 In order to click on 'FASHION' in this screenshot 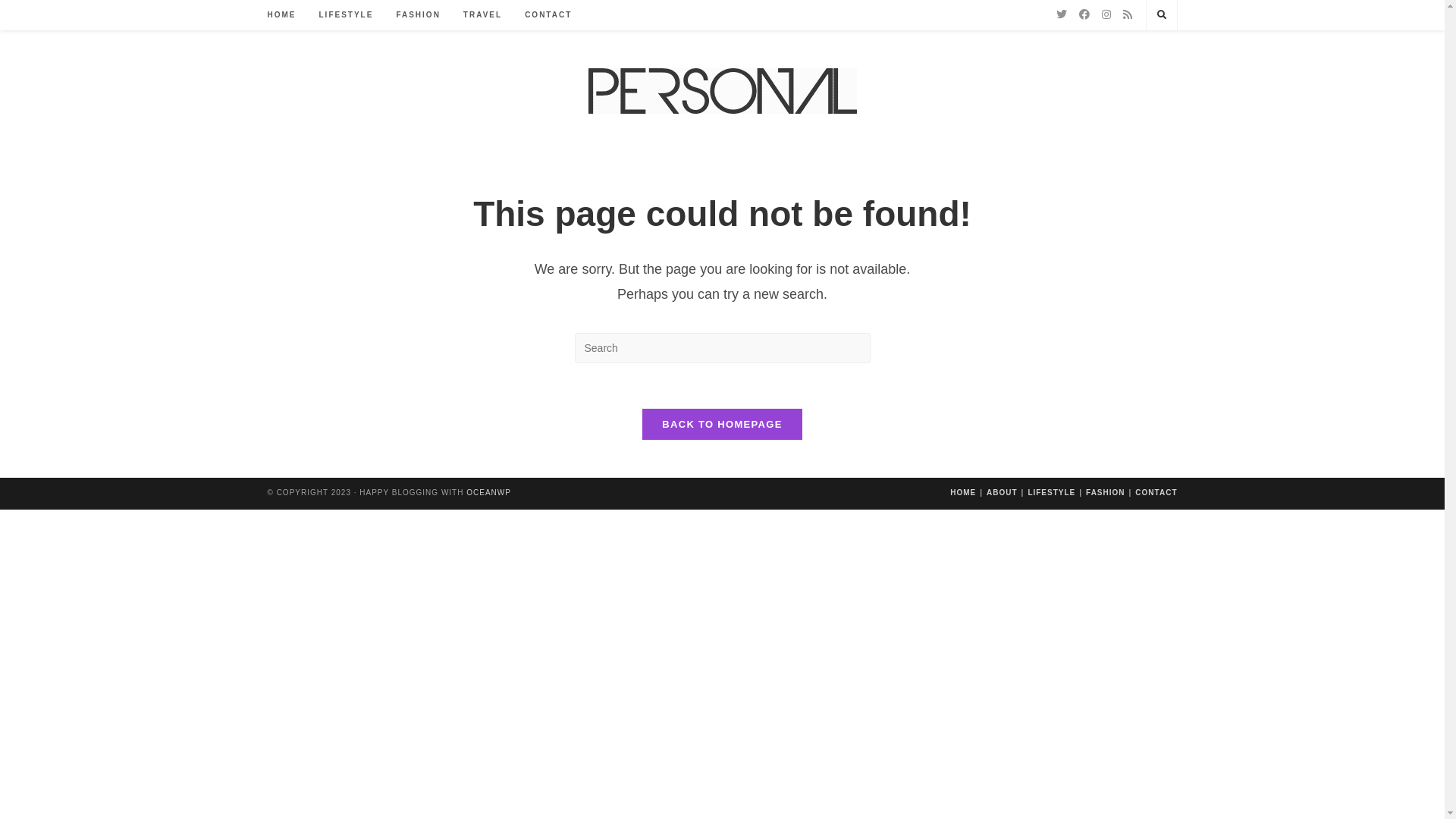, I will do `click(1105, 492)`.